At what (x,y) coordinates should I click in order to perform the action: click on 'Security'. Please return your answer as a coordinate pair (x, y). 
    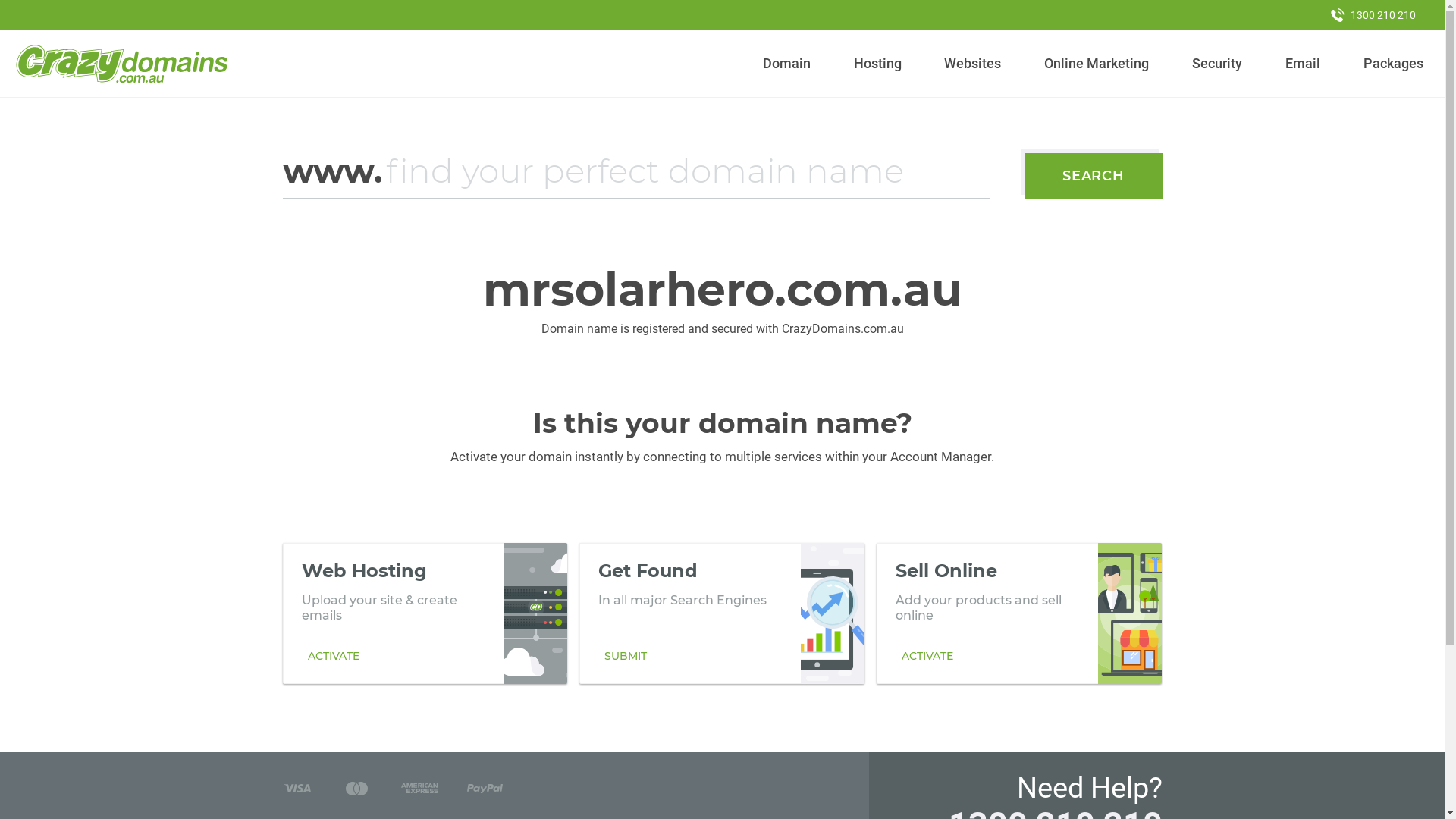
    Looking at the image, I should click on (1217, 63).